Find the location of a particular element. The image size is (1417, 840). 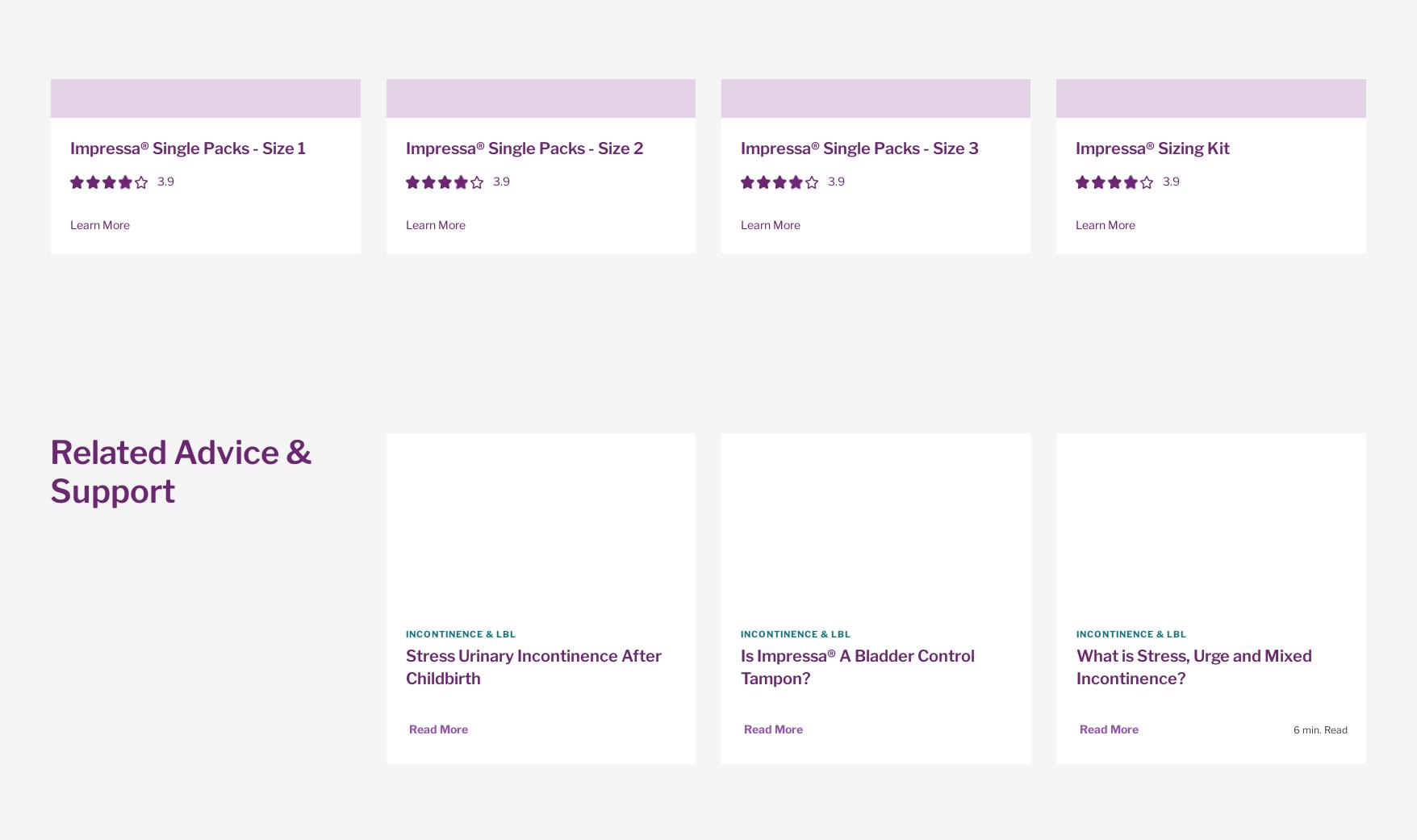

'Stress Urinary Incontinence After Childbirth' is located at coordinates (533, 667).